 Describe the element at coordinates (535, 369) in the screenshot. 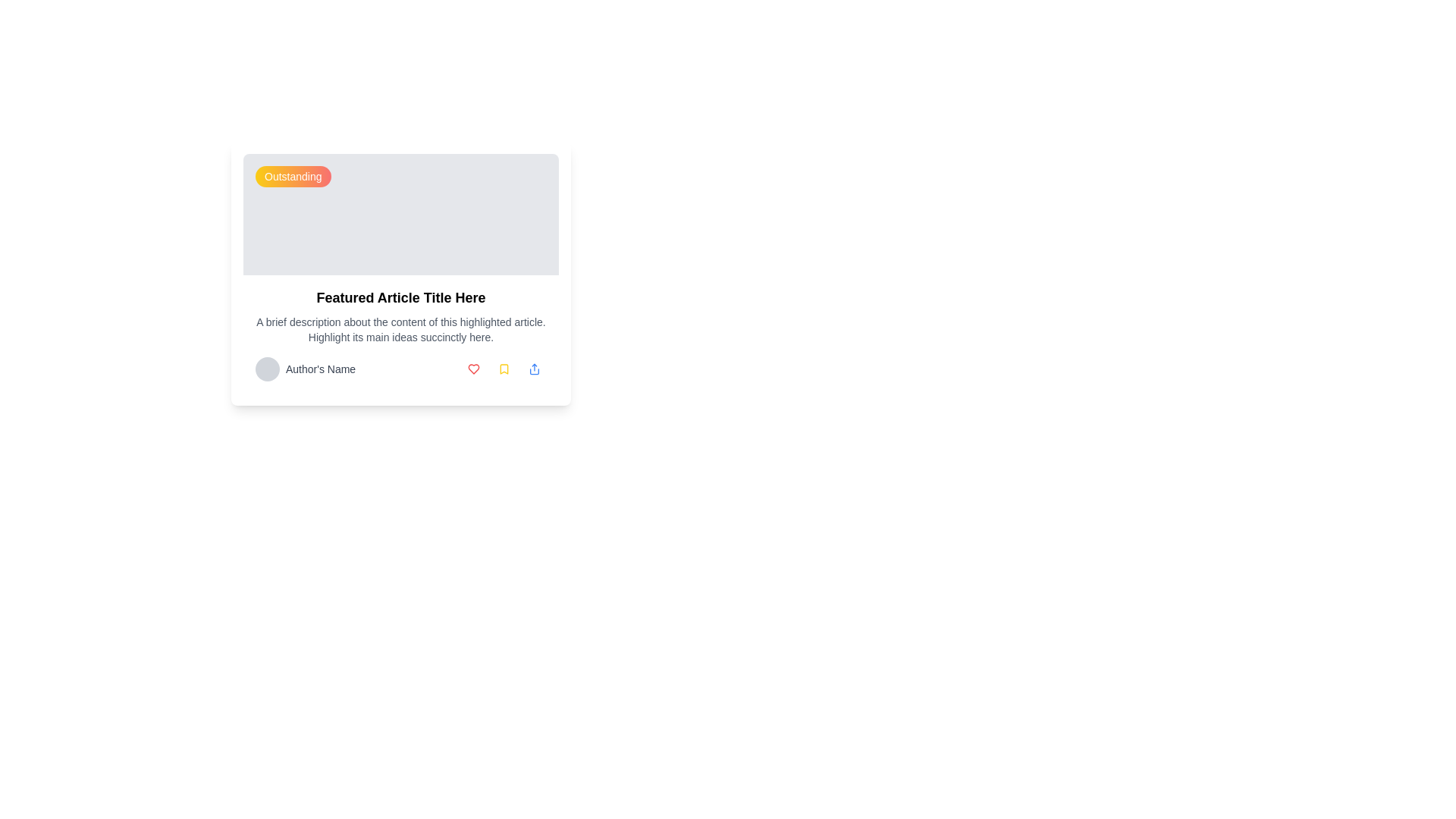

I see `the share button located at the end of a horizontal list of three icons below the article card` at that location.